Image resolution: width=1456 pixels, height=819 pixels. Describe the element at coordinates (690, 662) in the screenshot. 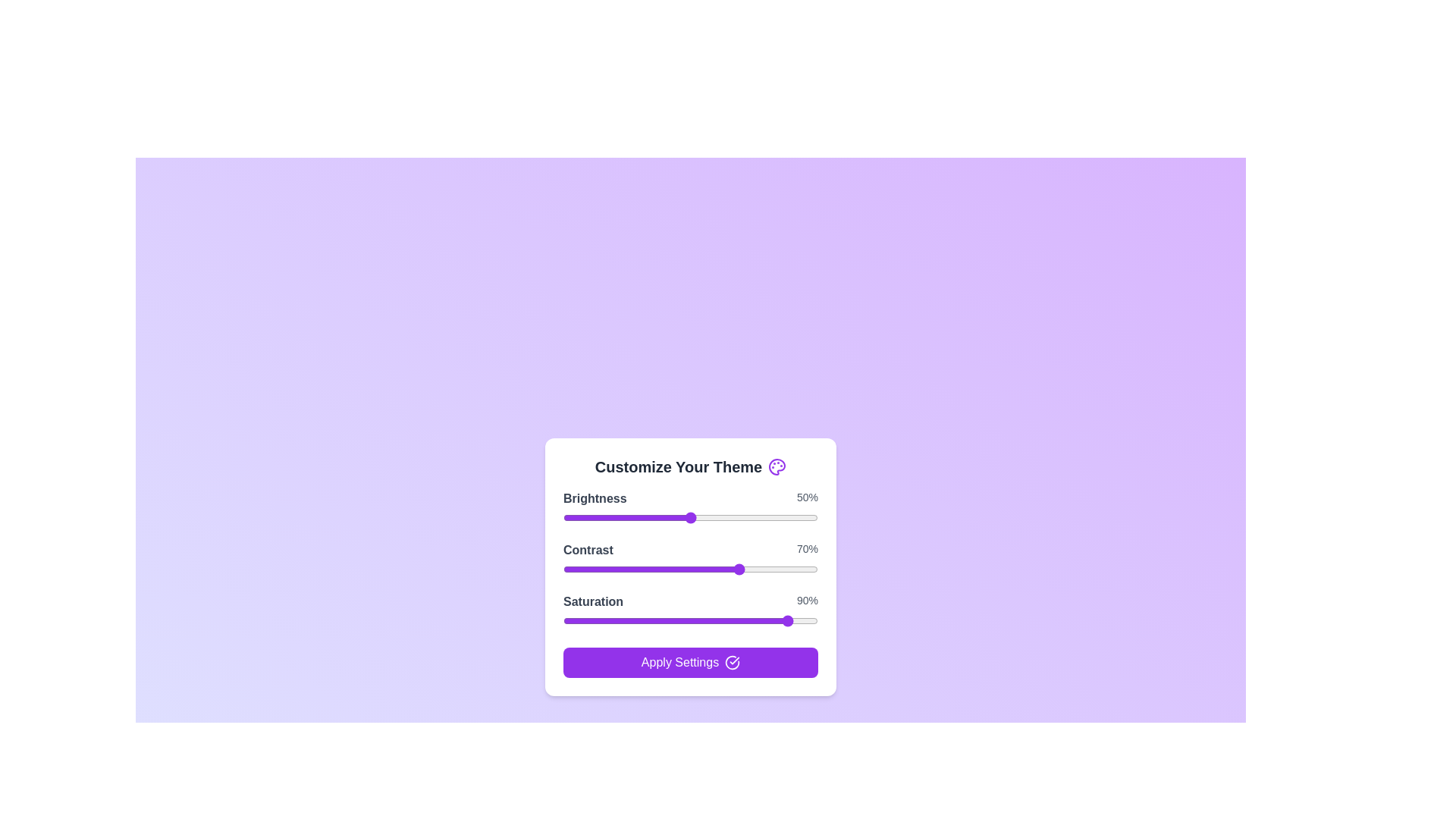

I see `the 'Apply Settings' button` at that location.